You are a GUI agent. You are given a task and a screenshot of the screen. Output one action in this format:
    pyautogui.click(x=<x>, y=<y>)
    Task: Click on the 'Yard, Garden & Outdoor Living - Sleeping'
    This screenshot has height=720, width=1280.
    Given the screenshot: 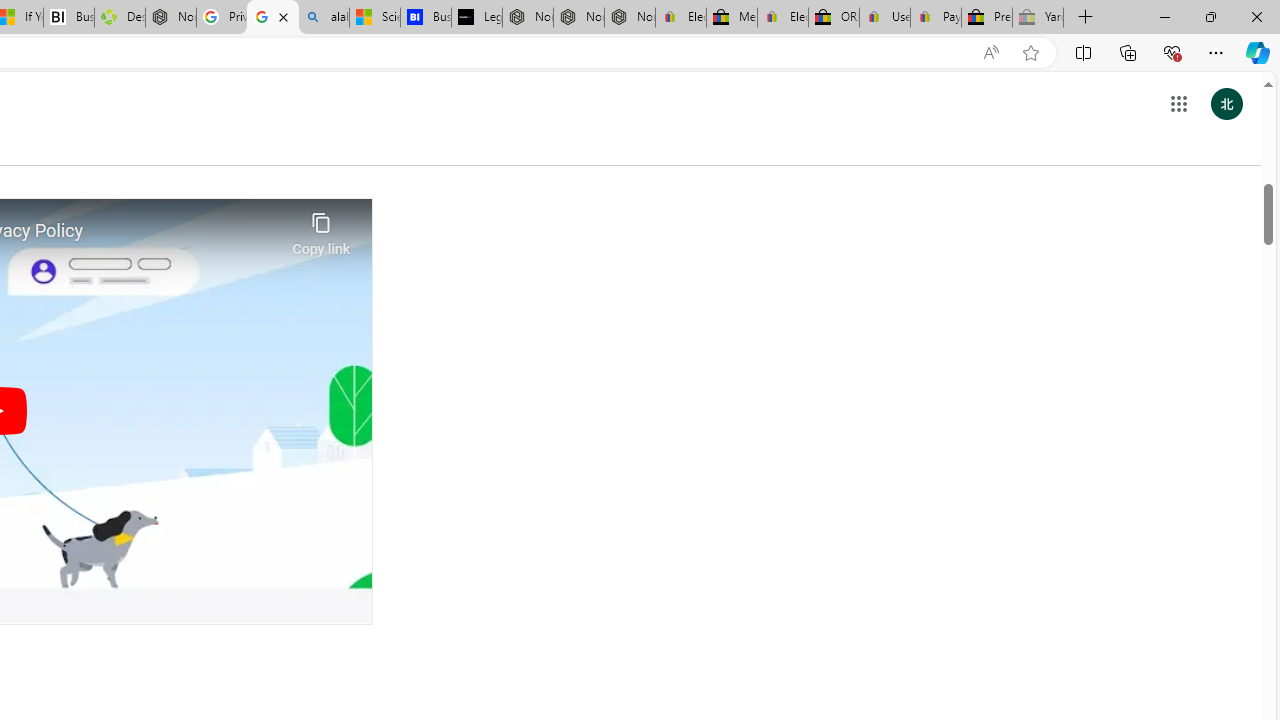 What is the action you would take?
    pyautogui.click(x=1038, y=17)
    